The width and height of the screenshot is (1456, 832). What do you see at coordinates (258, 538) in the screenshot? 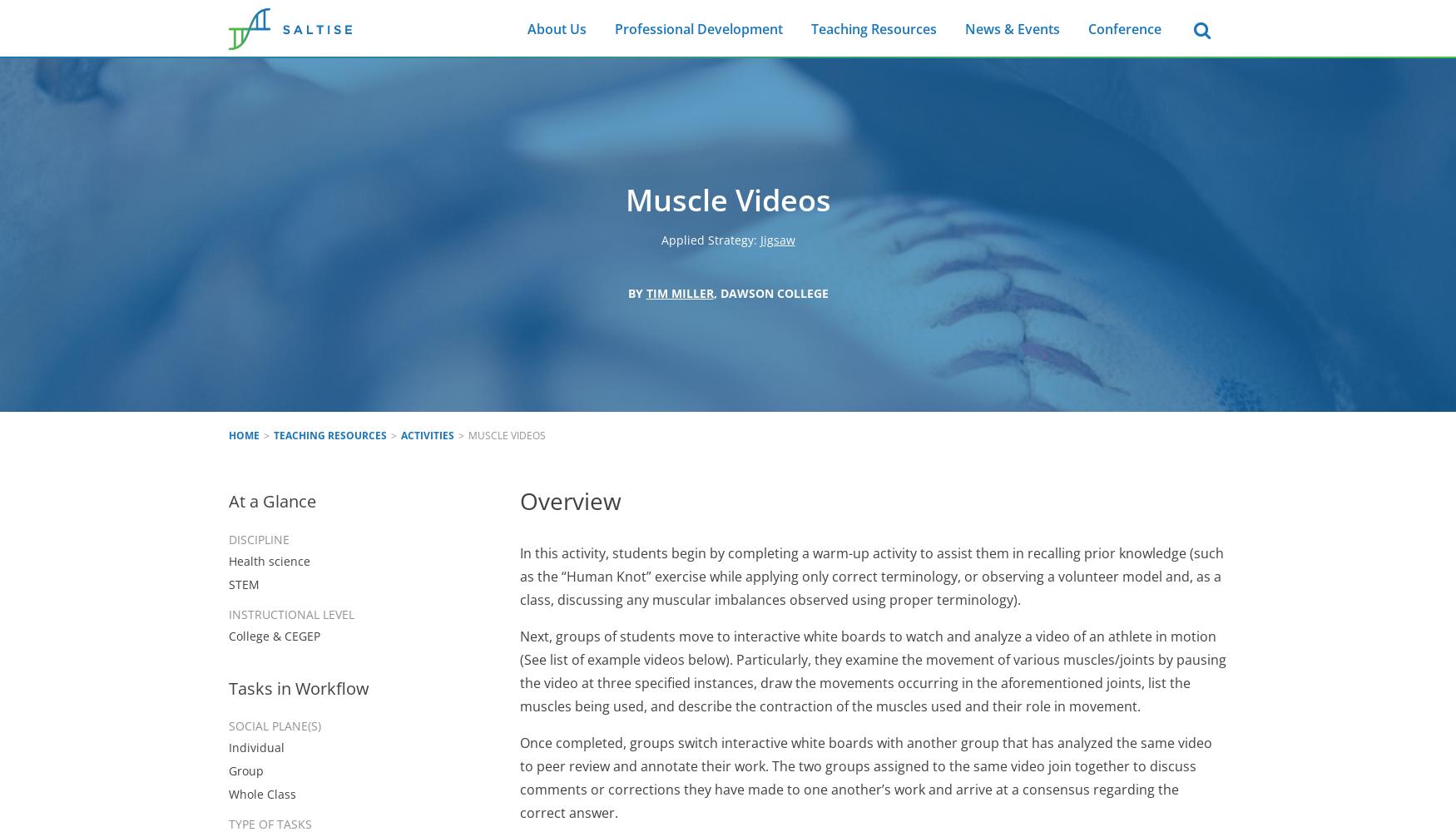
I see `'Discipline'` at bounding box center [258, 538].